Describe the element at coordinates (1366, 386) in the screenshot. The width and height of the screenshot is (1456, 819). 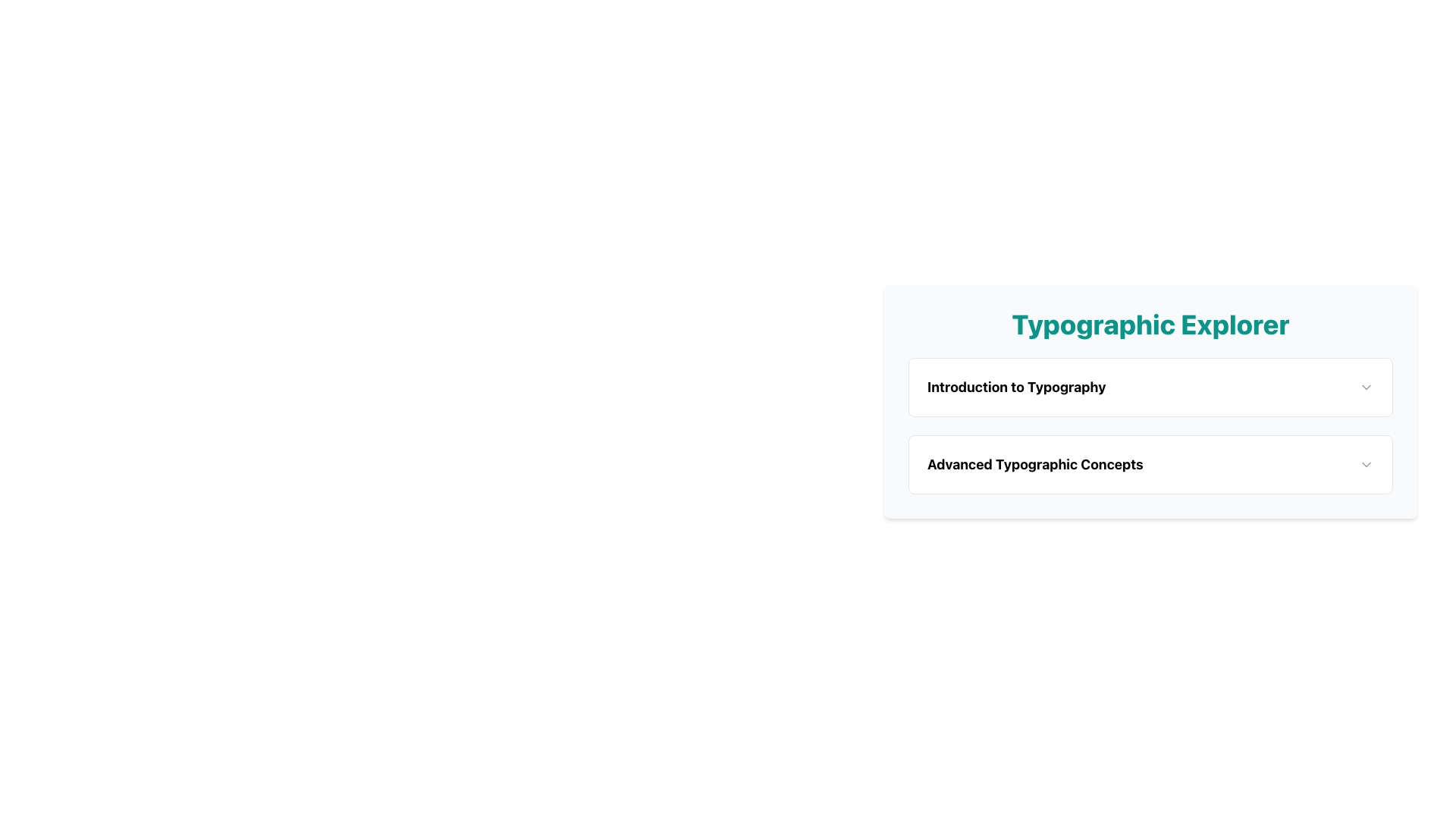
I see `the downward-pointing chevron icon next to the text 'Introduction to Typography' within the 'Typographic Explorer' section` at that location.